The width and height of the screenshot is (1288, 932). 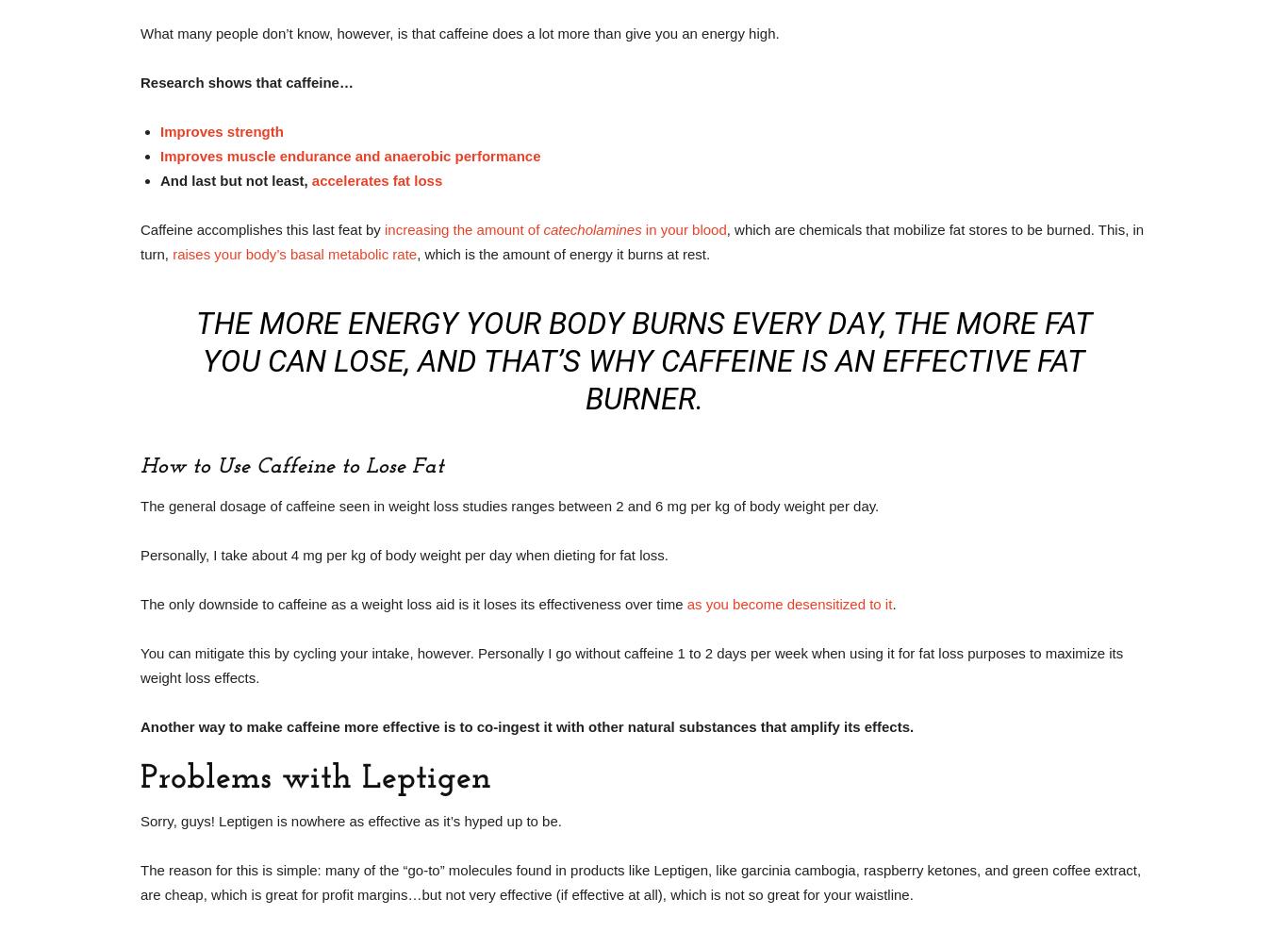 What do you see at coordinates (526, 725) in the screenshot?
I see `'Another way to make caffeine more effective is to co-ingest it with other natural substances that amplify its effects.'` at bounding box center [526, 725].